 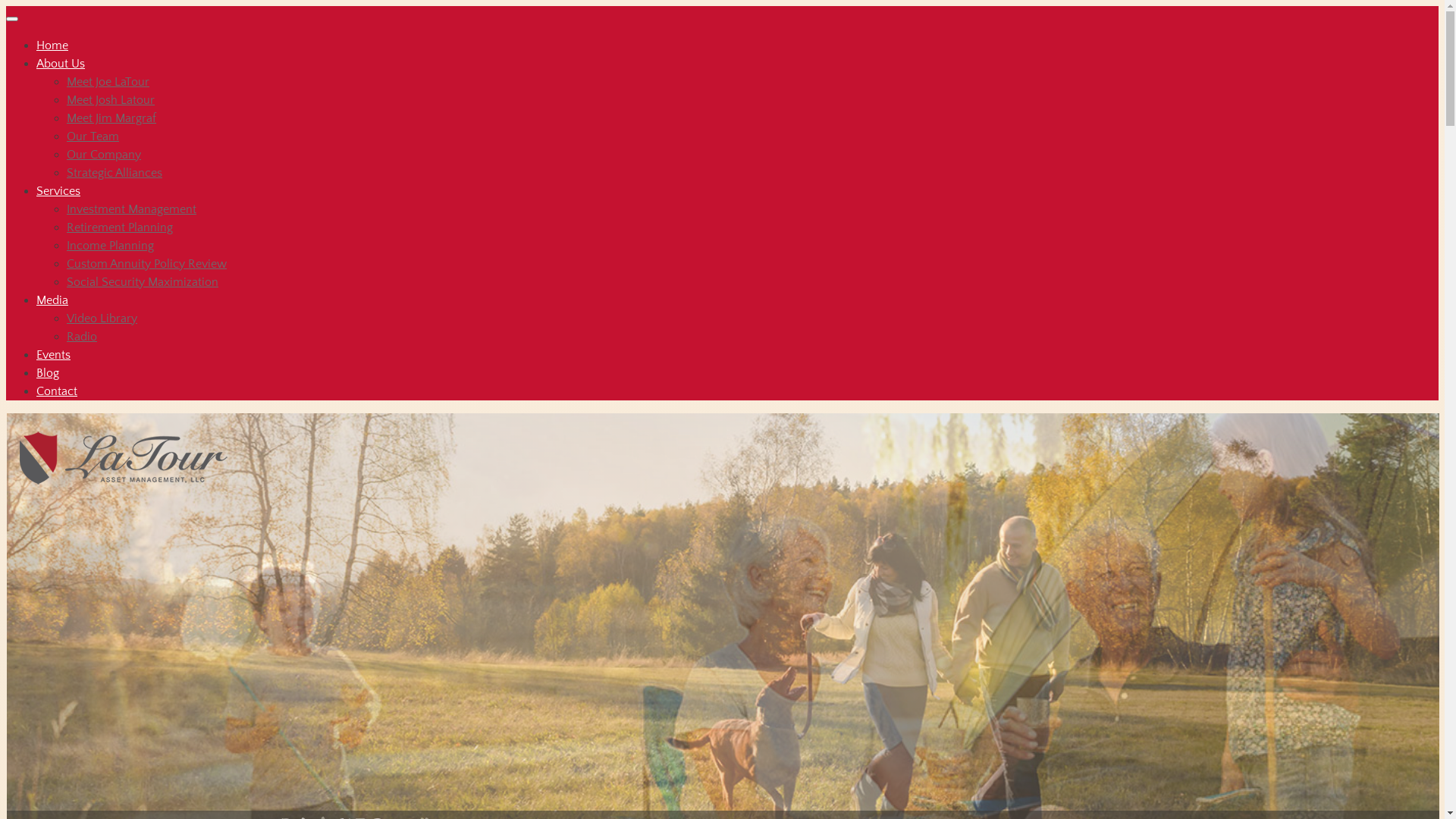 What do you see at coordinates (11, 18) in the screenshot?
I see `'Toggle navigation'` at bounding box center [11, 18].